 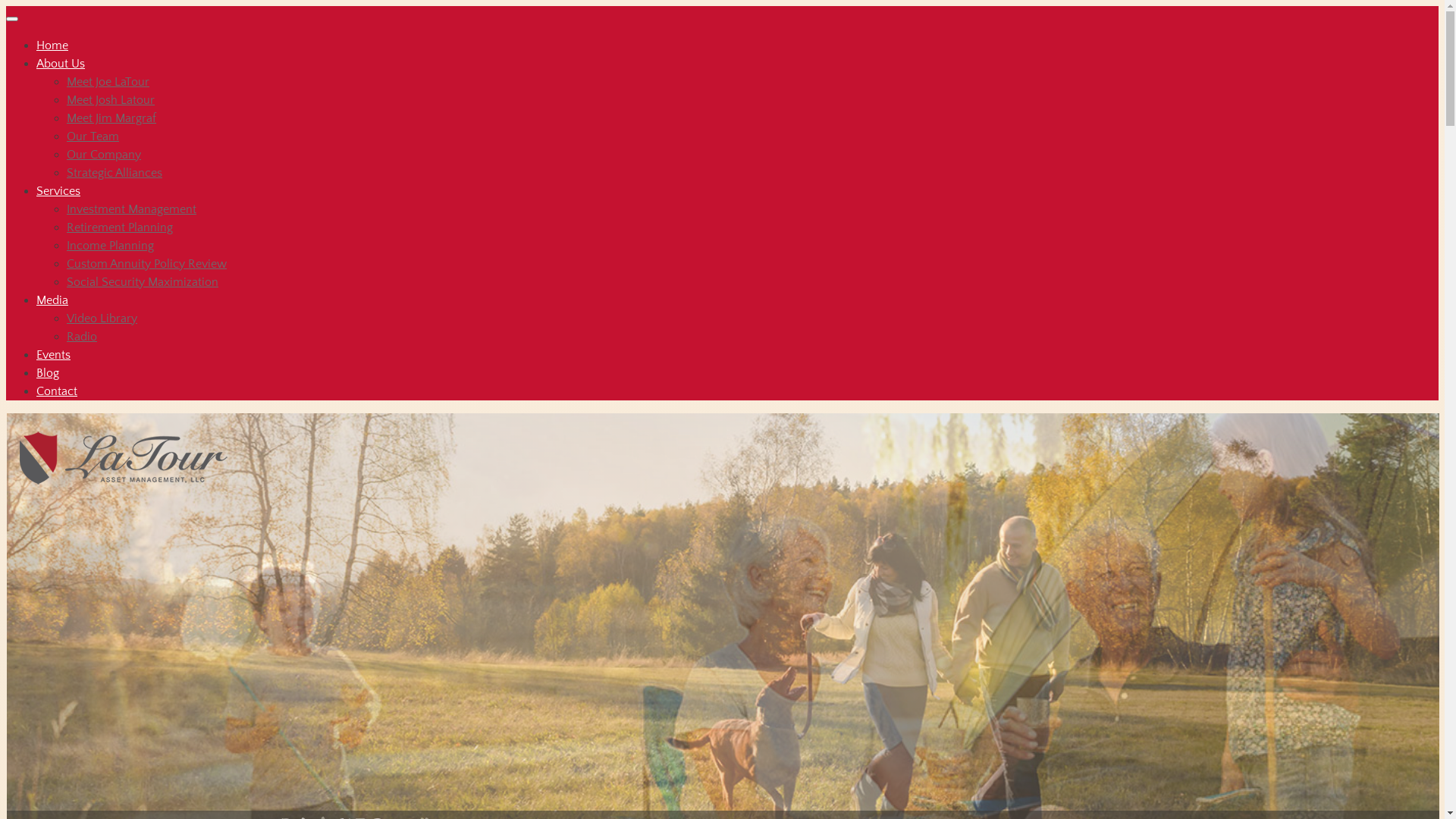 What do you see at coordinates (11, 18) in the screenshot?
I see `'Toggle navigation'` at bounding box center [11, 18].